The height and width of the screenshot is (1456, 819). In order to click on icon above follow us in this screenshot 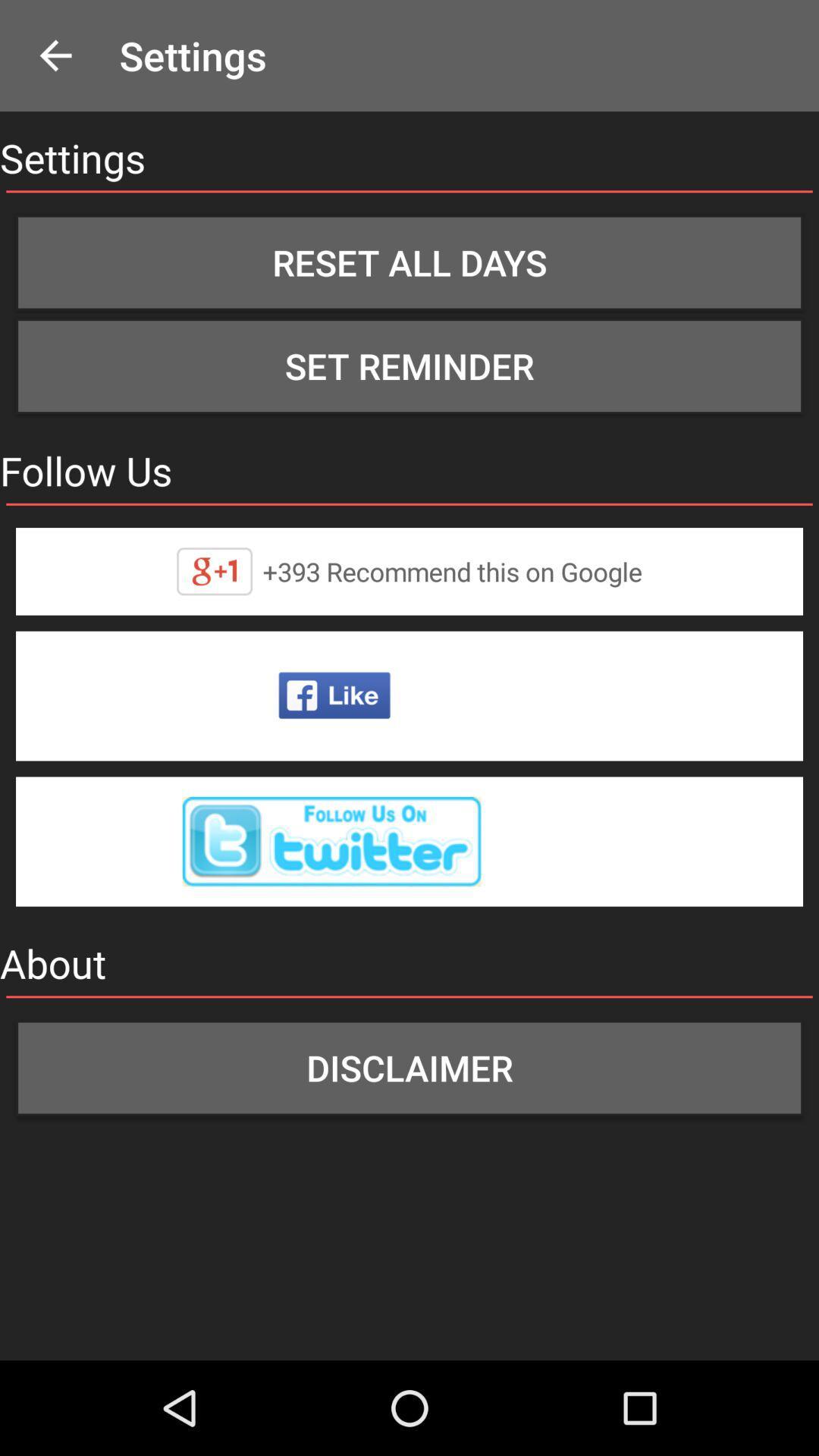, I will do `click(409, 366)`.